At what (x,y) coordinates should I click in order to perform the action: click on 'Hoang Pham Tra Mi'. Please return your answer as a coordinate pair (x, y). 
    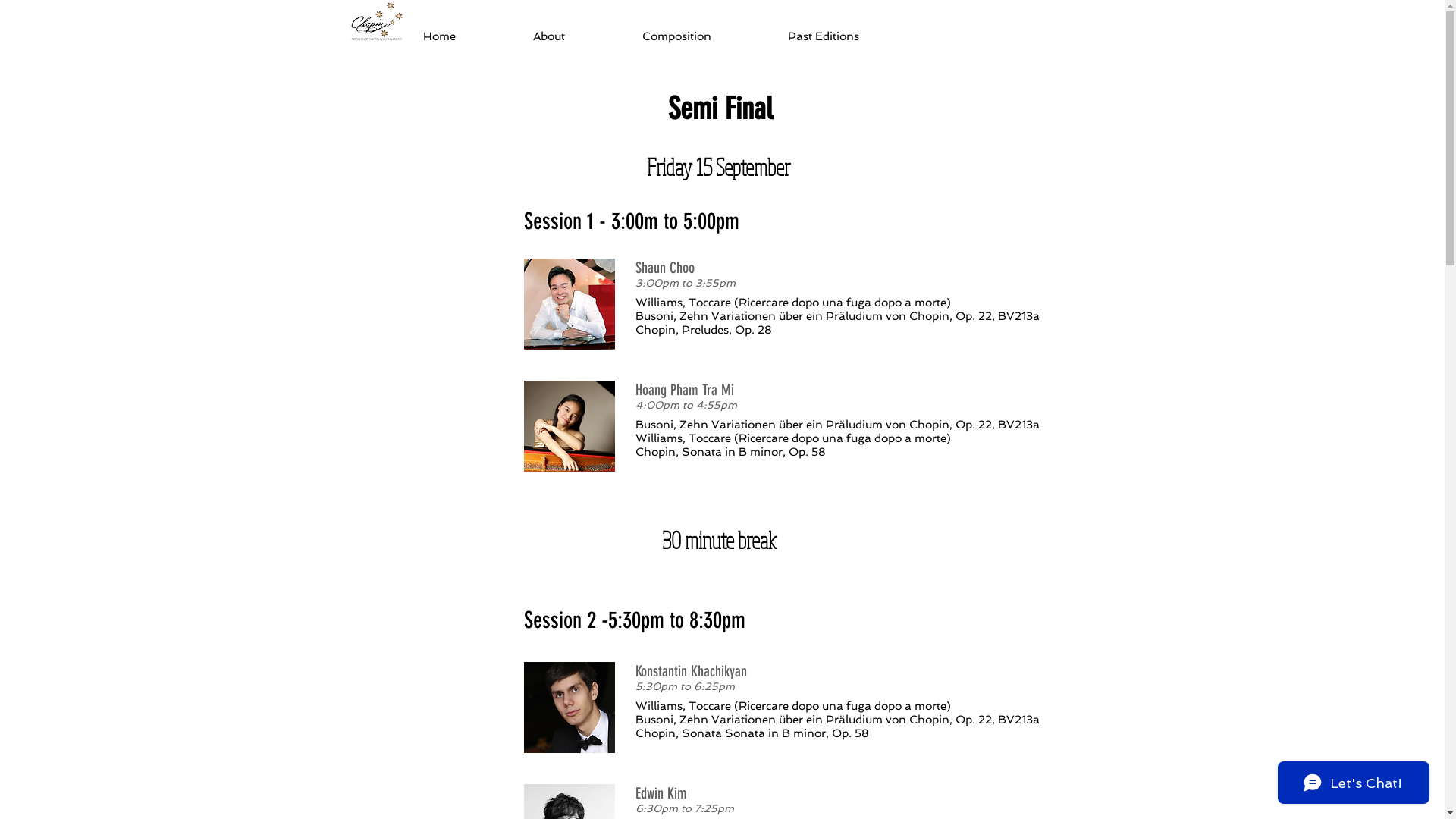
    Looking at the image, I should click on (567, 426).